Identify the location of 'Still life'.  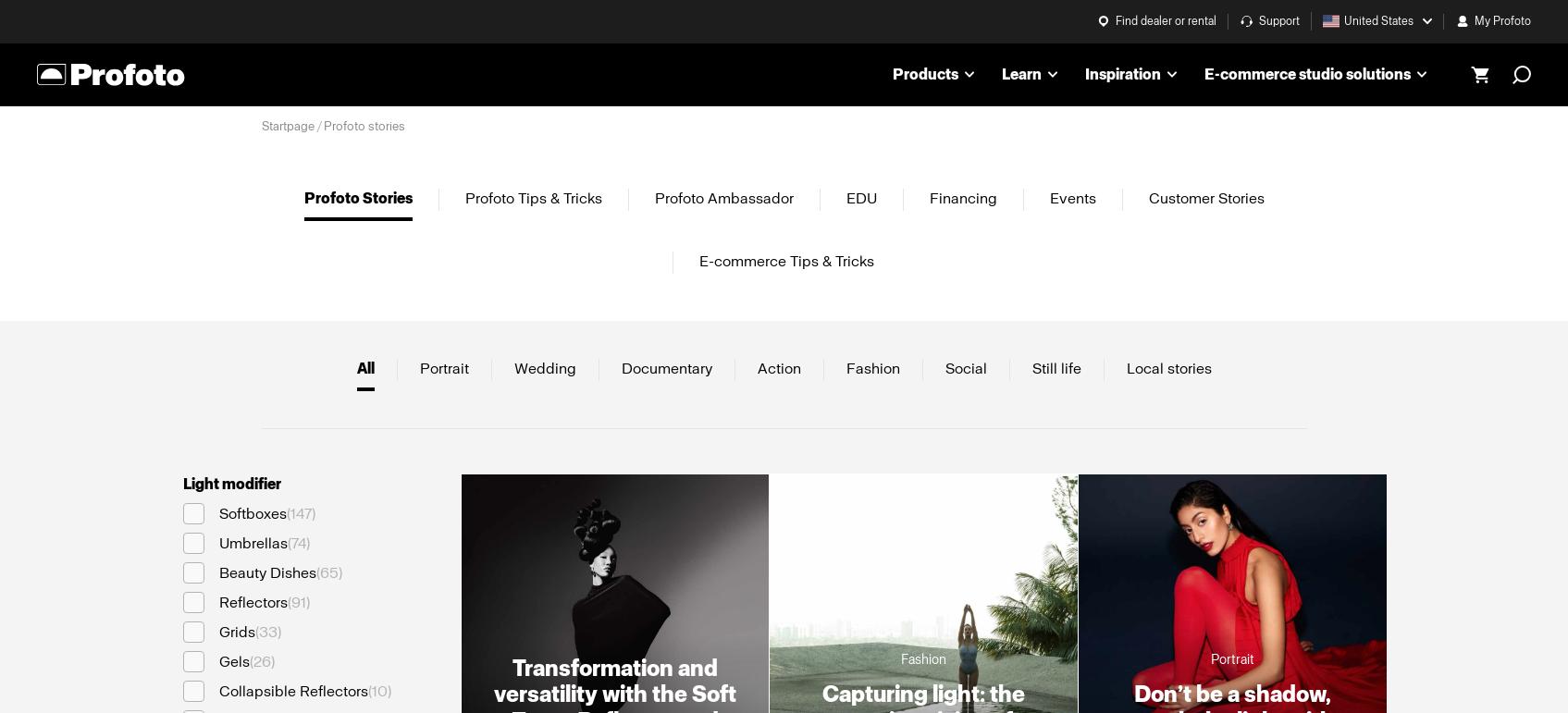
(1030, 366).